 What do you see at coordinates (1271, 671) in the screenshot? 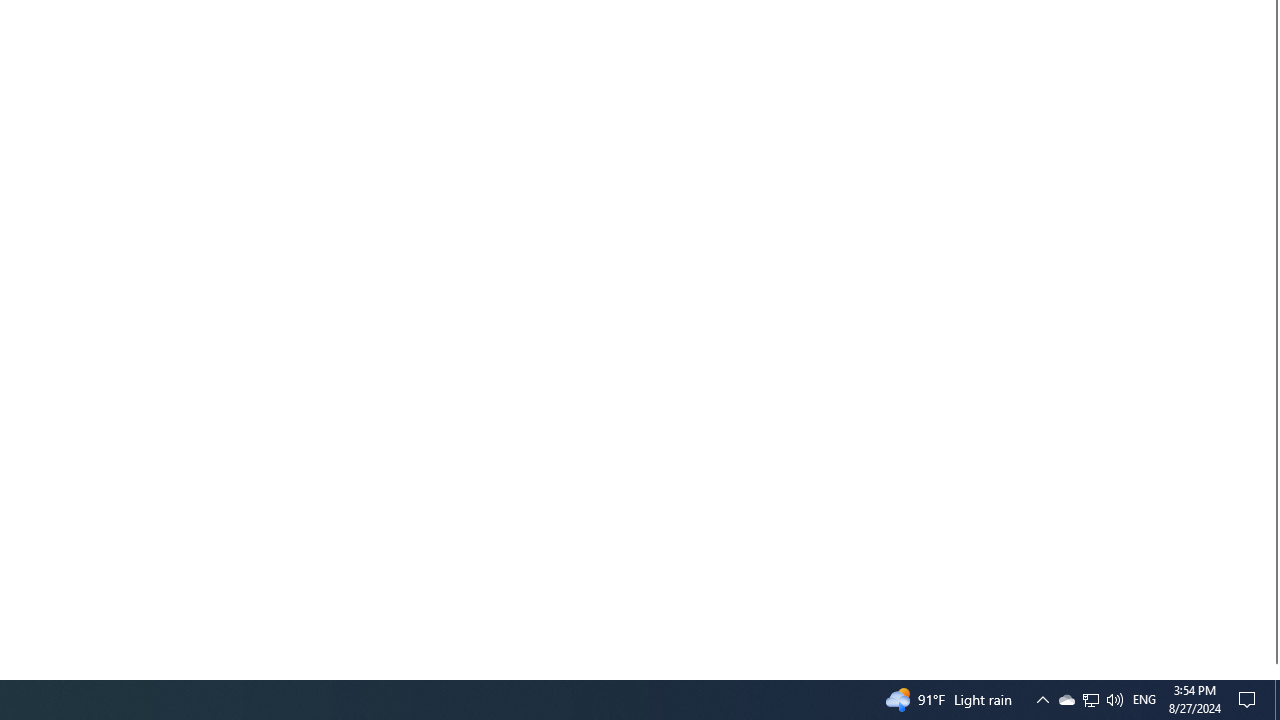
I see `'Vertical Small Increase'` at bounding box center [1271, 671].